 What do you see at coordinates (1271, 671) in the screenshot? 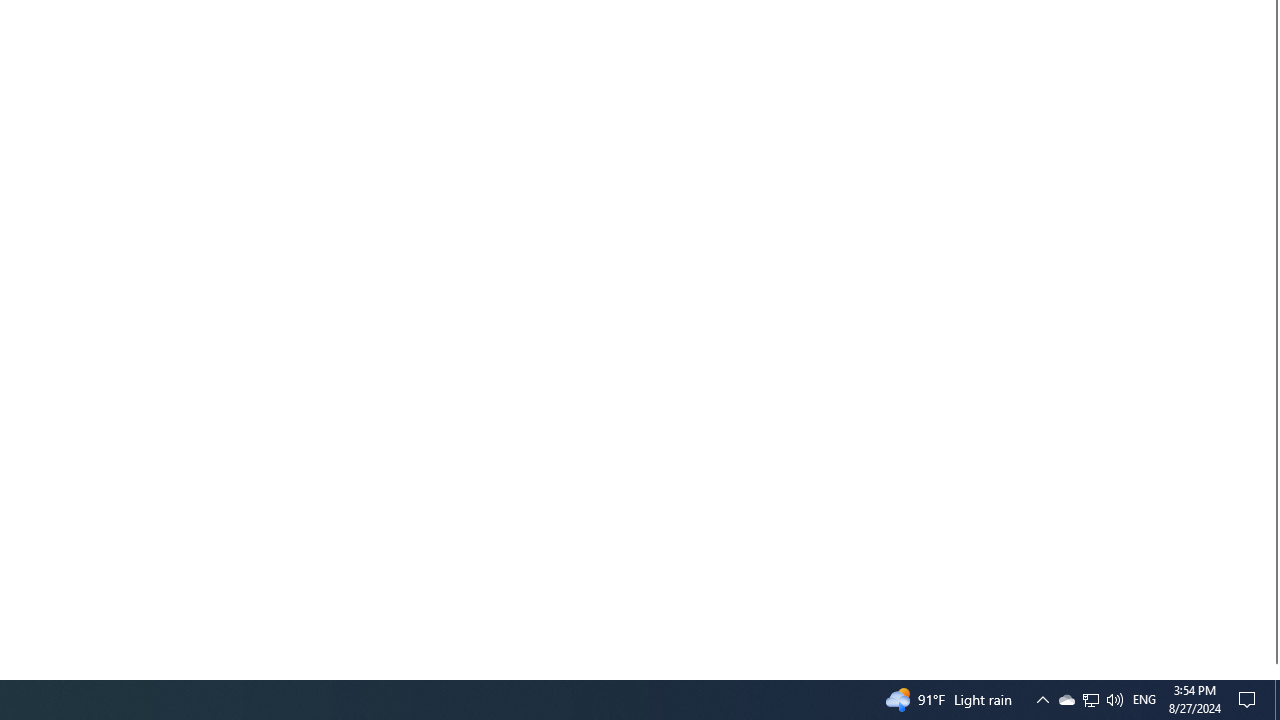
I see `'Vertical Small Increase'` at bounding box center [1271, 671].